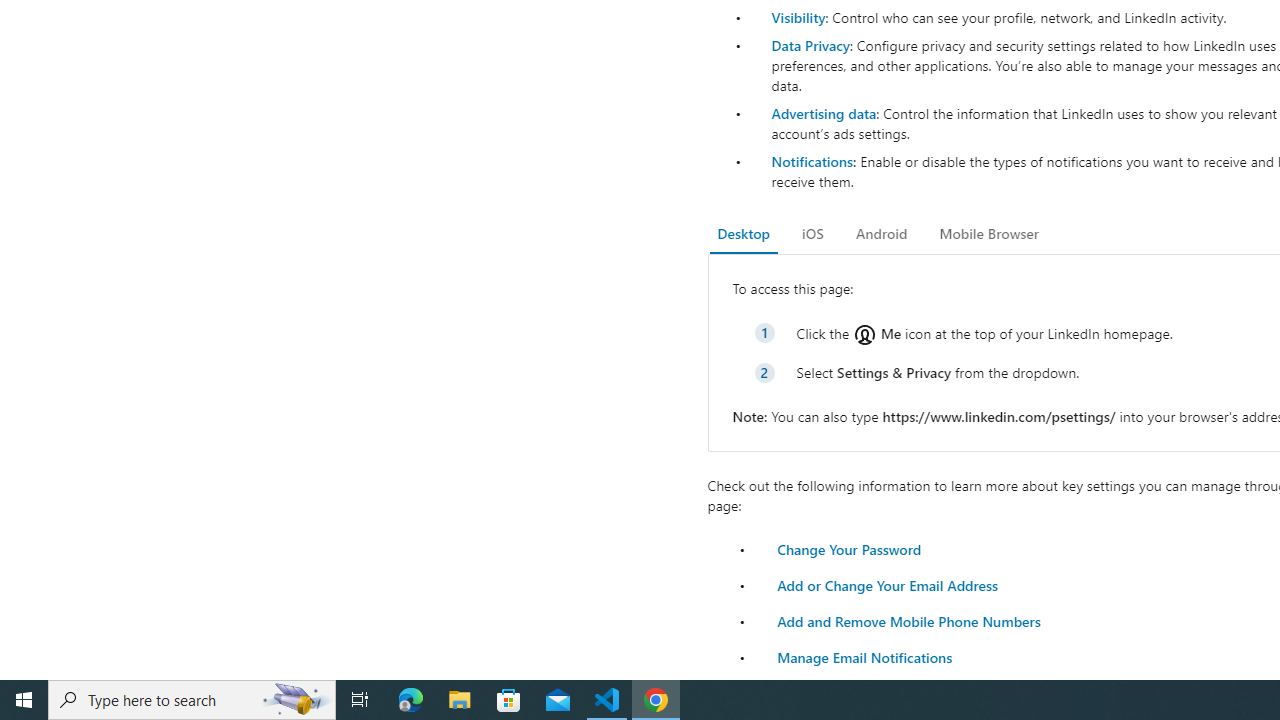  I want to click on 'Notifications', so click(811, 160).